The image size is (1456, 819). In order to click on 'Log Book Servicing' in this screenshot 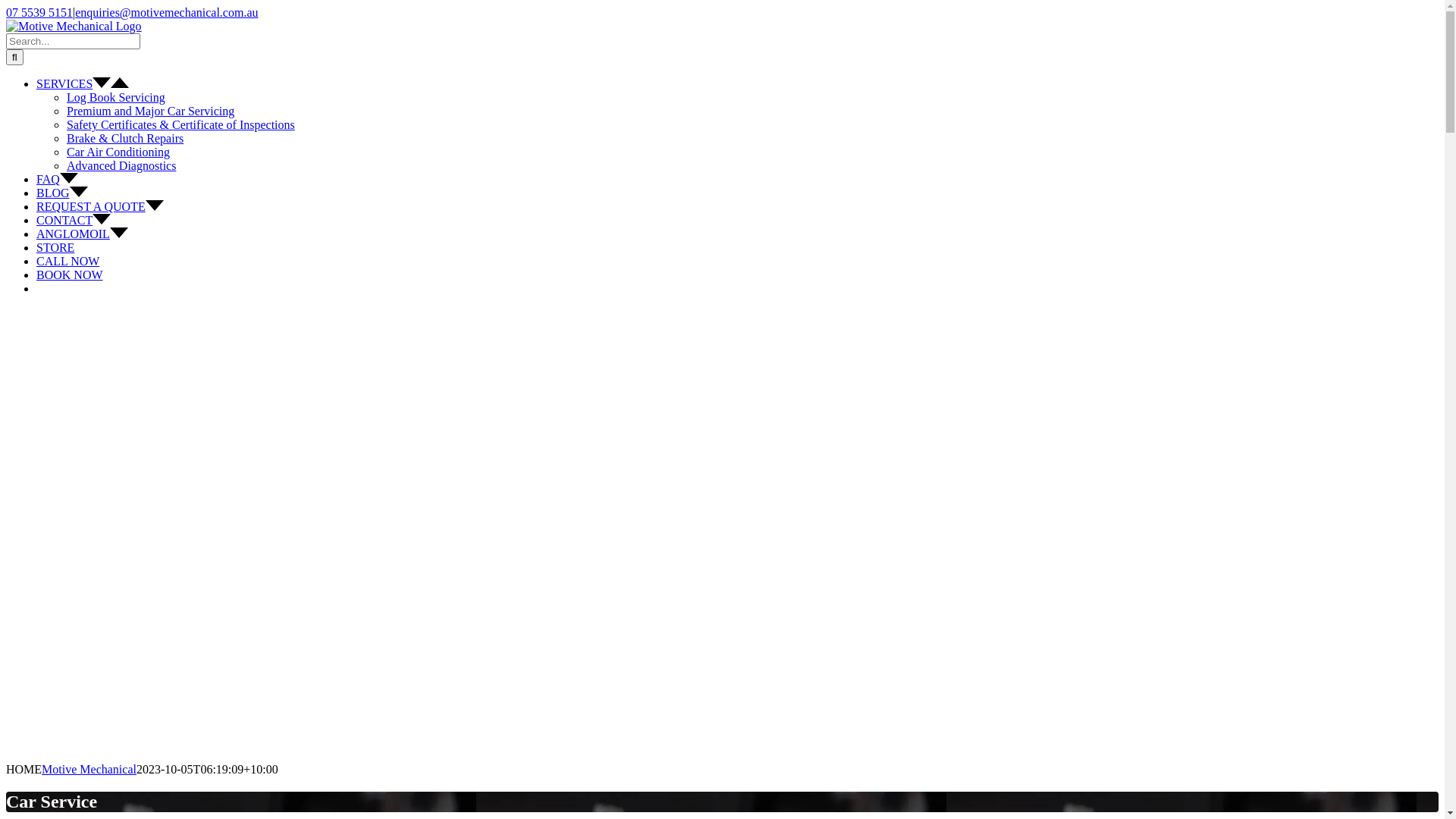, I will do `click(65, 97)`.